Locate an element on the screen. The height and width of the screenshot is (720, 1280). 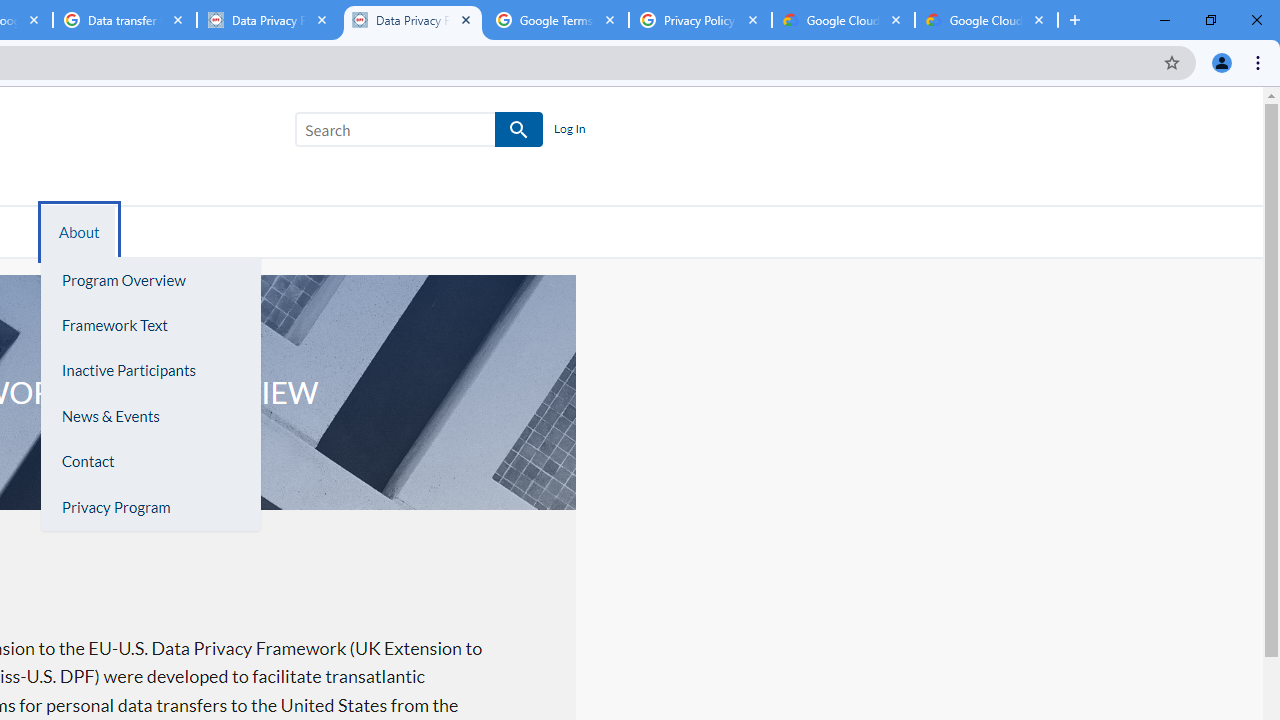
'Google Cloud Privacy Notice' is located at coordinates (986, 20).